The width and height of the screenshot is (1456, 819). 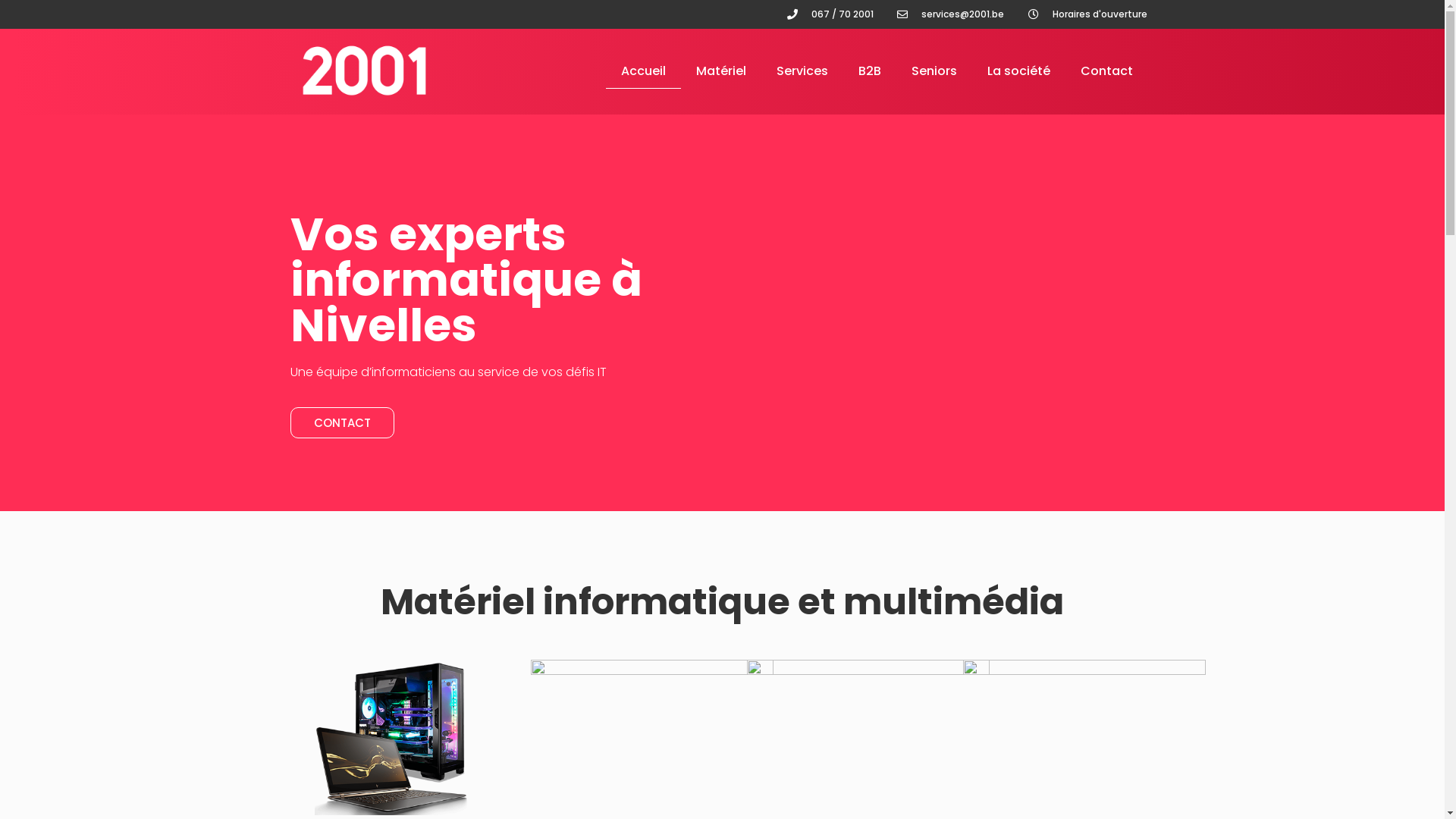 I want to click on 'B2B', so click(x=870, y=71).